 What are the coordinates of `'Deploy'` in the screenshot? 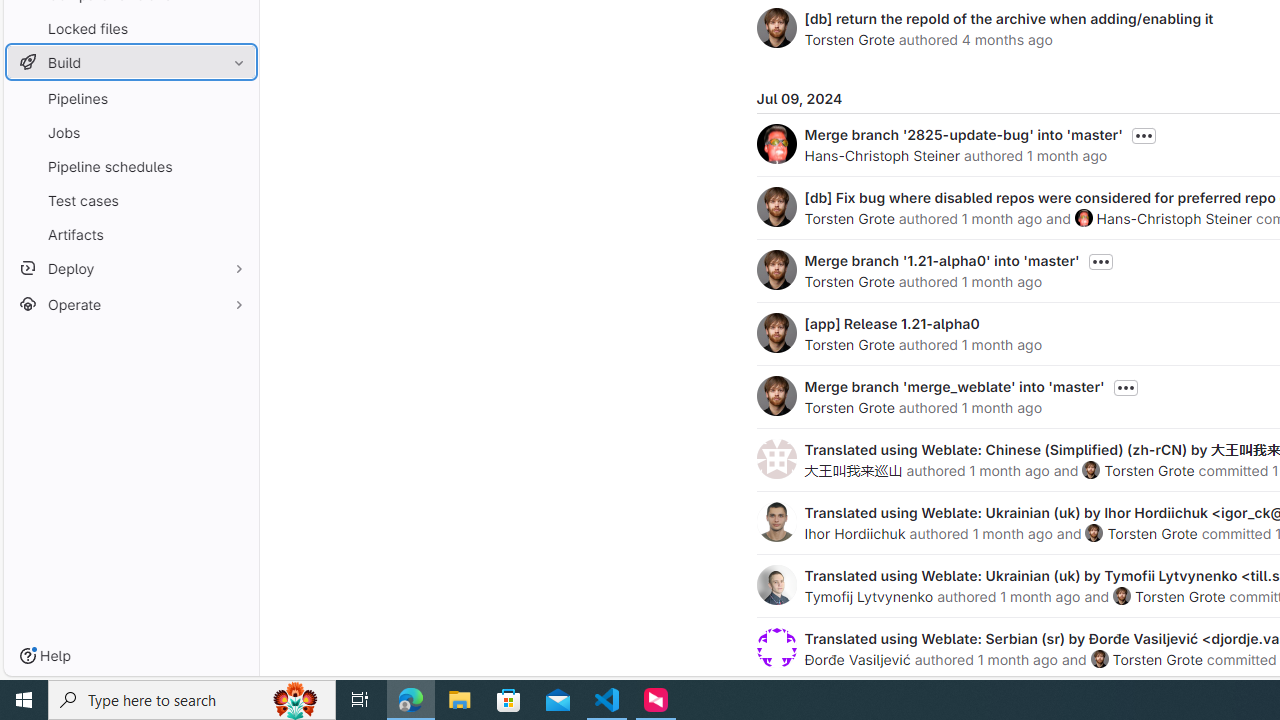 It's located at (130, 267).